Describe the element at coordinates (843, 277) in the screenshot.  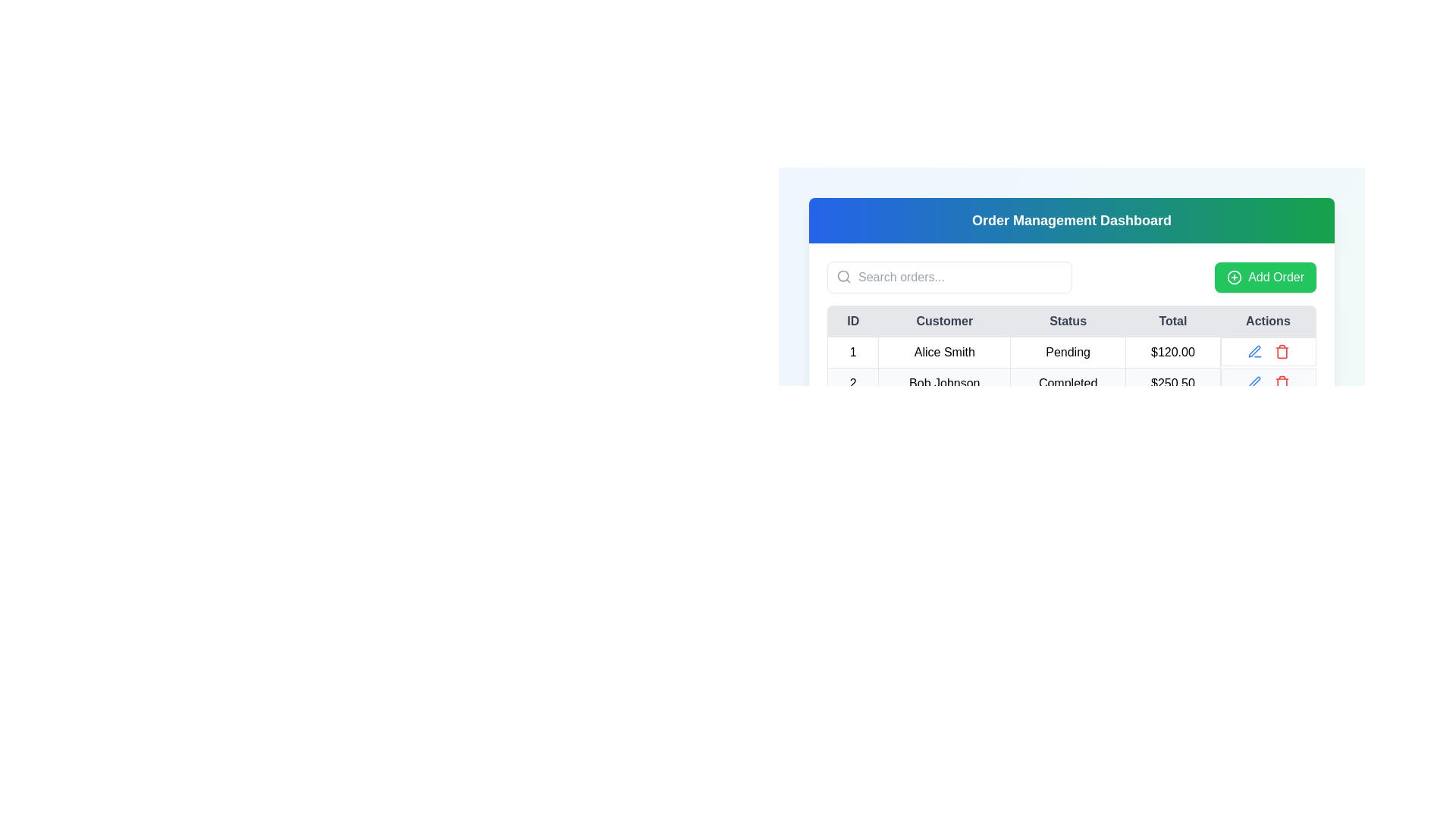
I see `the search icon located on the left side of the input box labeled 'Search orders...'` at that location.